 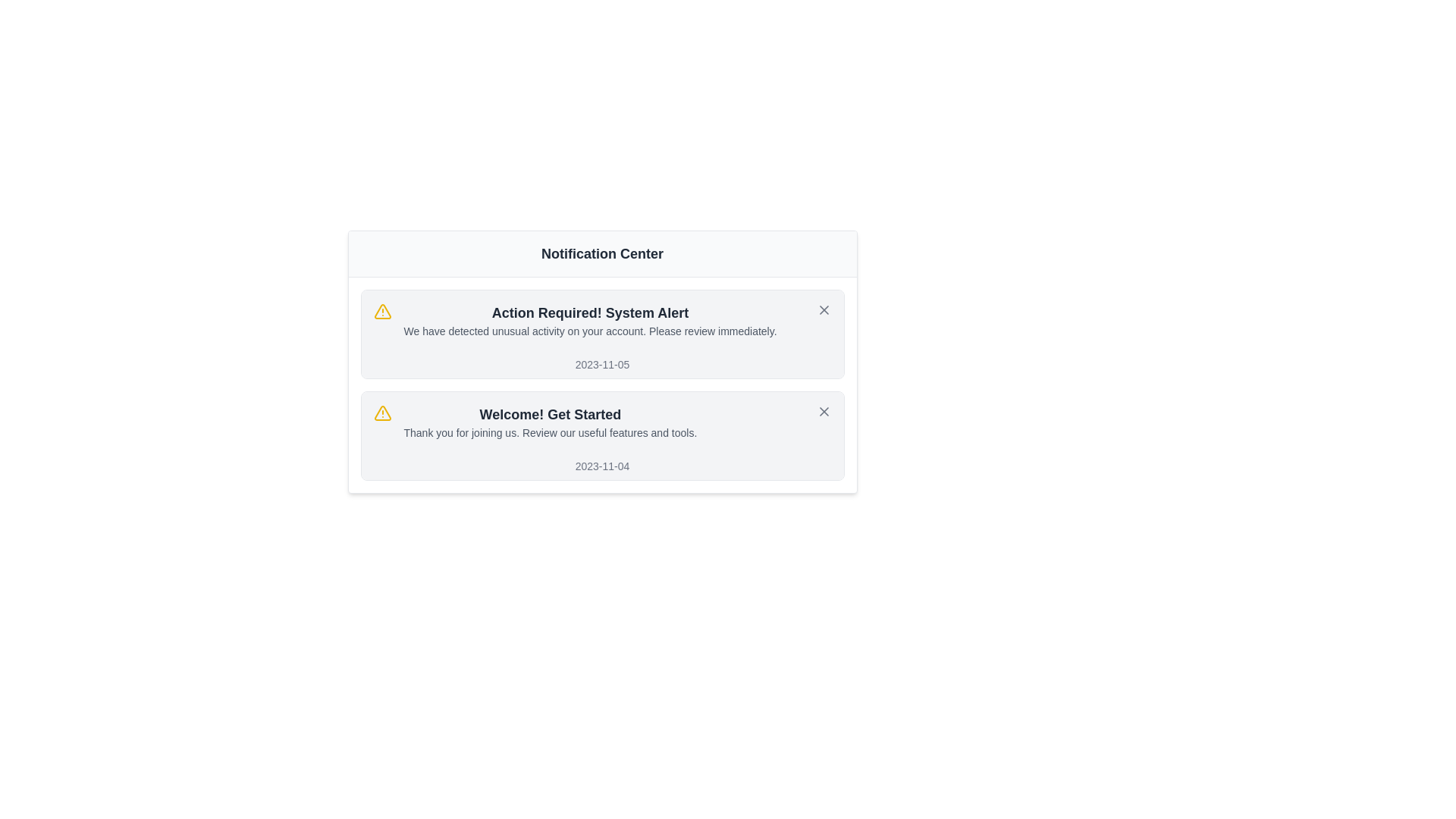 What do you see at coordinates (601, 365) in the screenshot?
I see `the timestamp or date display located inside the card beneath the 'Action Required! System Alert' message in the Notification Center panel` at bounding box center [601, 365].